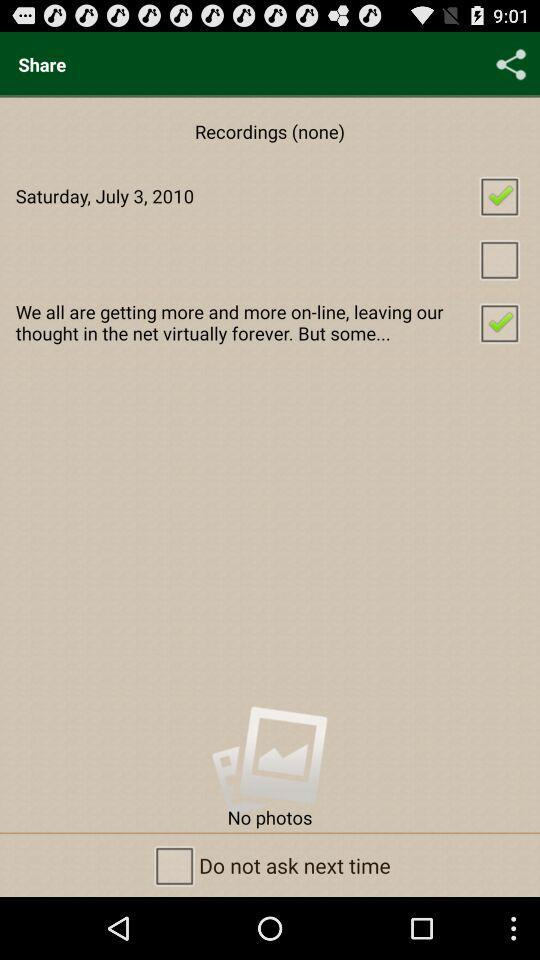 The height and width of the screenshot is (960, 540). I want to click on do not ask item, so click(270, 864).